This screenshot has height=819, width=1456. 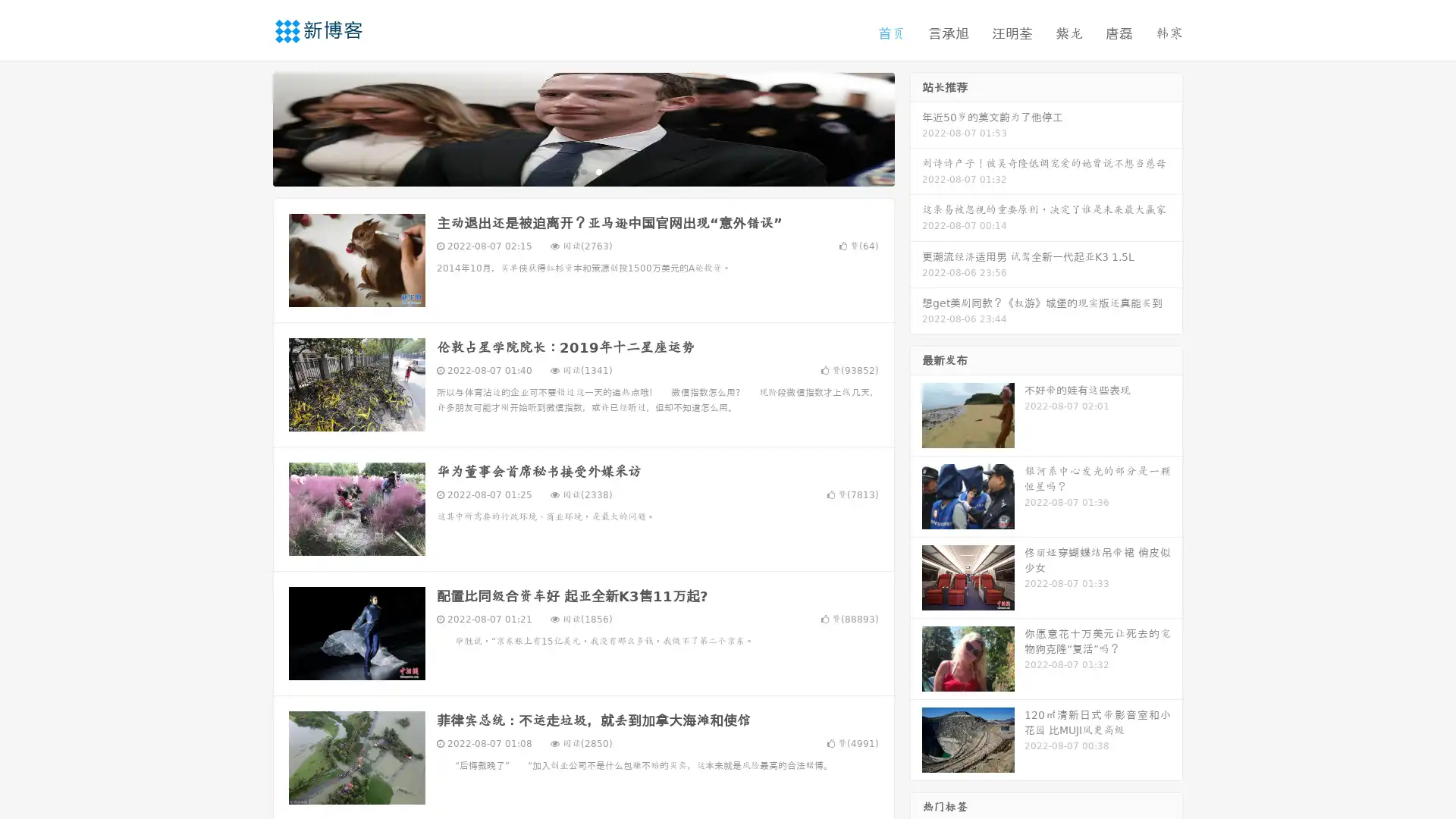 I want to click on Previous slide, so click(x=250, y=127).